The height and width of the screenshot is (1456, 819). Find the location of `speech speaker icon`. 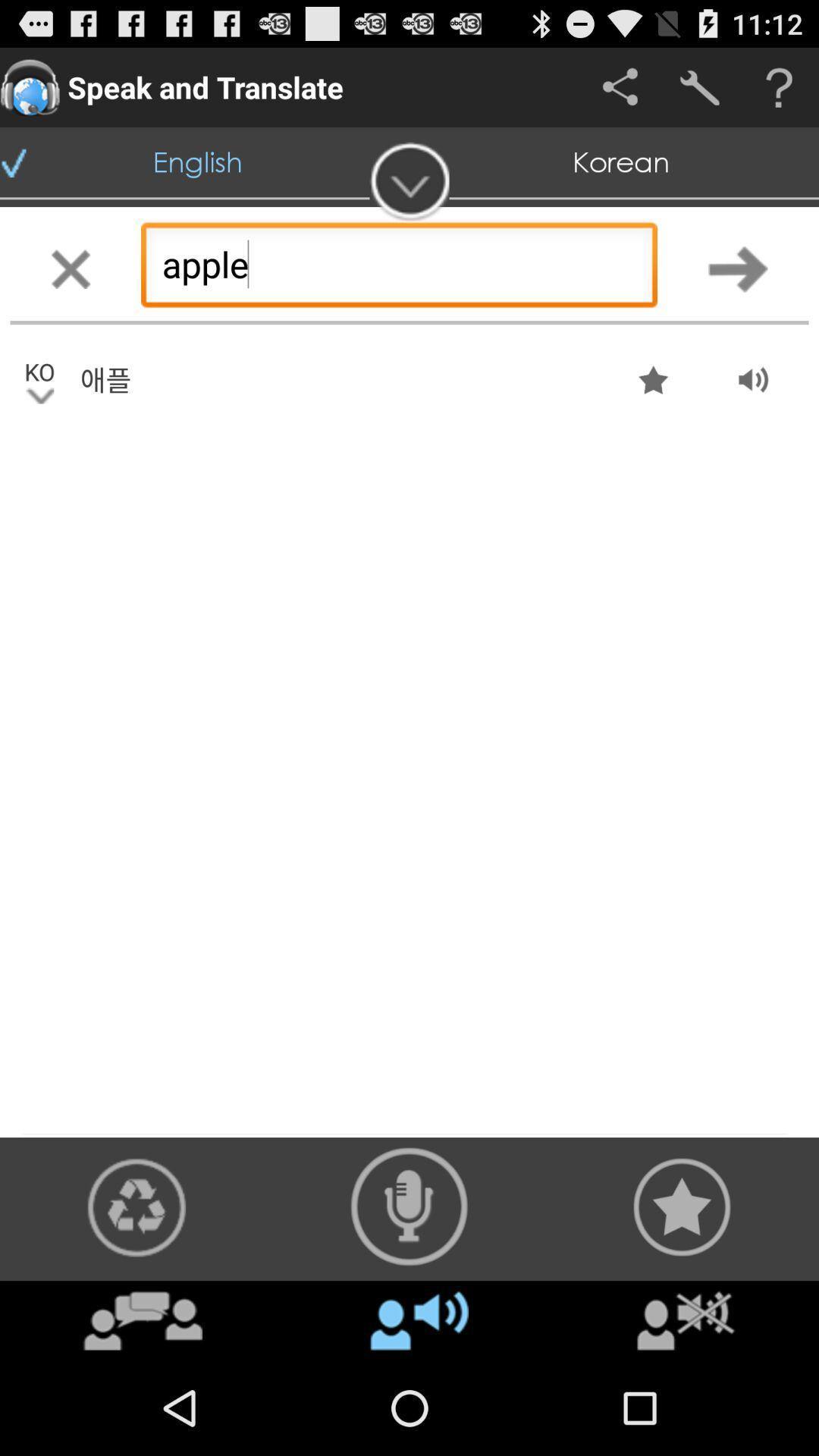

speech speaker icon is located at coordinates (409, 1206).